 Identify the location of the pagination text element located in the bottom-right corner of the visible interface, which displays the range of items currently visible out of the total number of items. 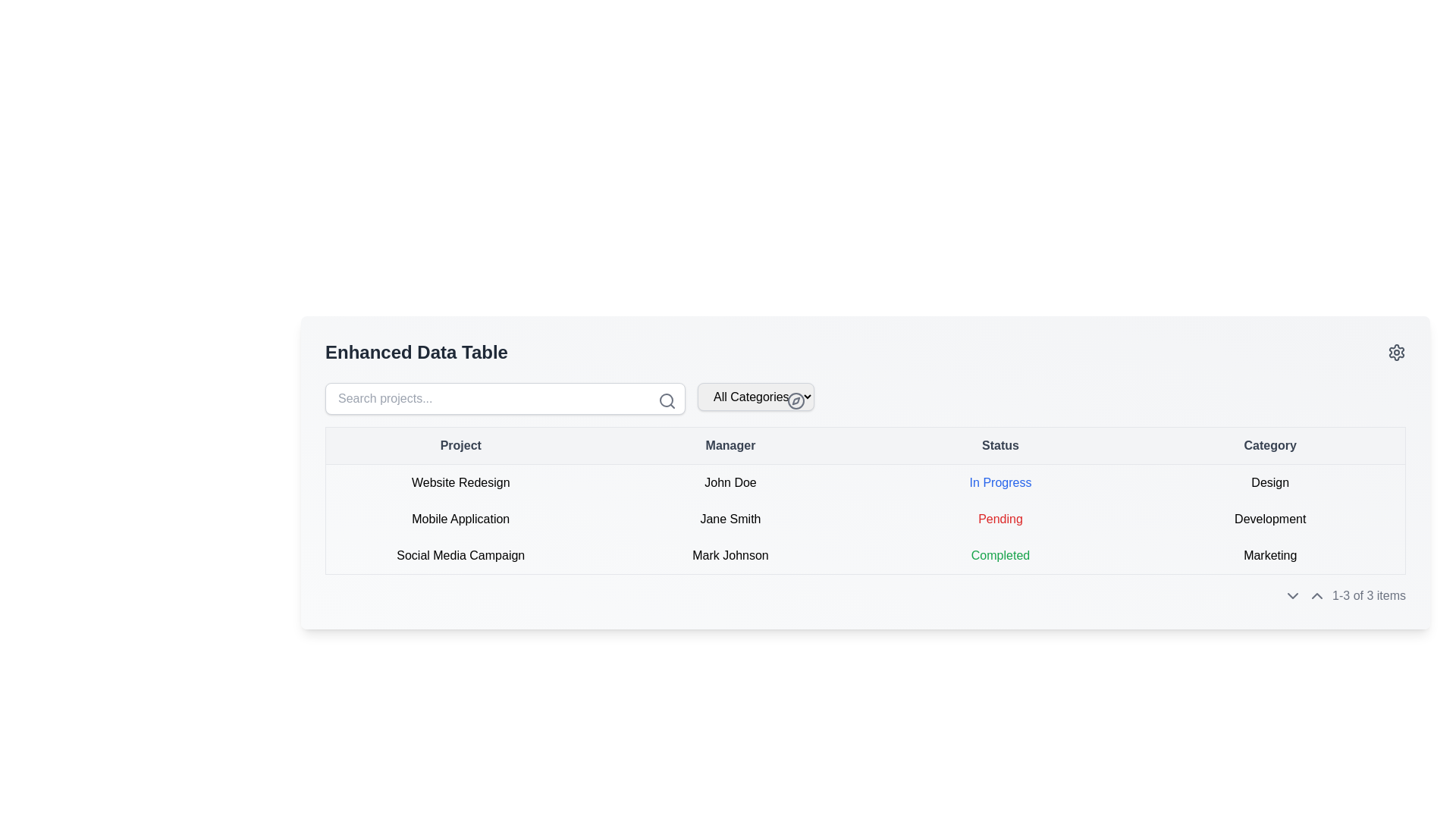
(1369, 595).